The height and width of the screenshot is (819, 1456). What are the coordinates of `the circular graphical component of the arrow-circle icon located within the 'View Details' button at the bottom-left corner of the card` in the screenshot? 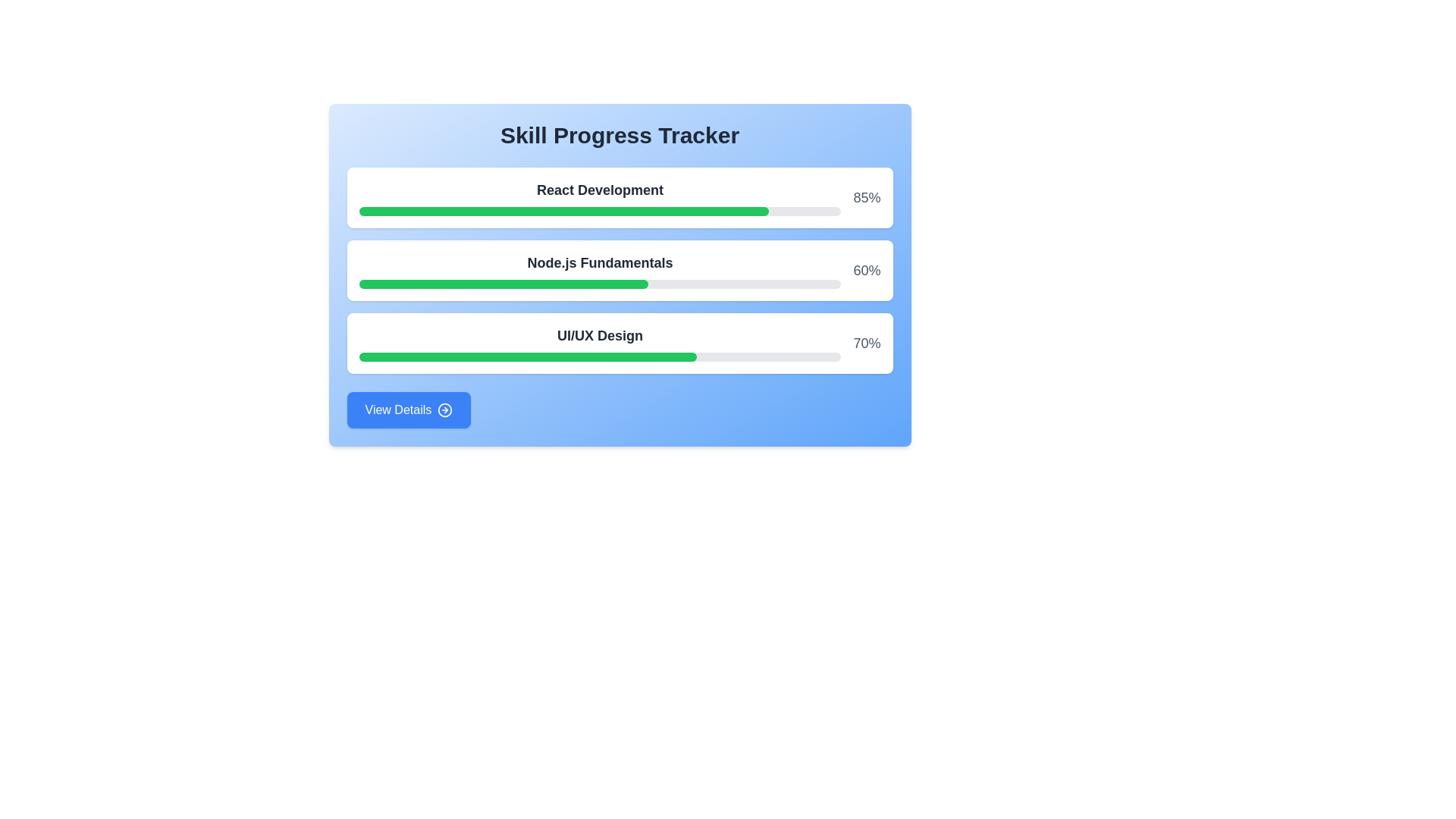 It's located at (444, 409).